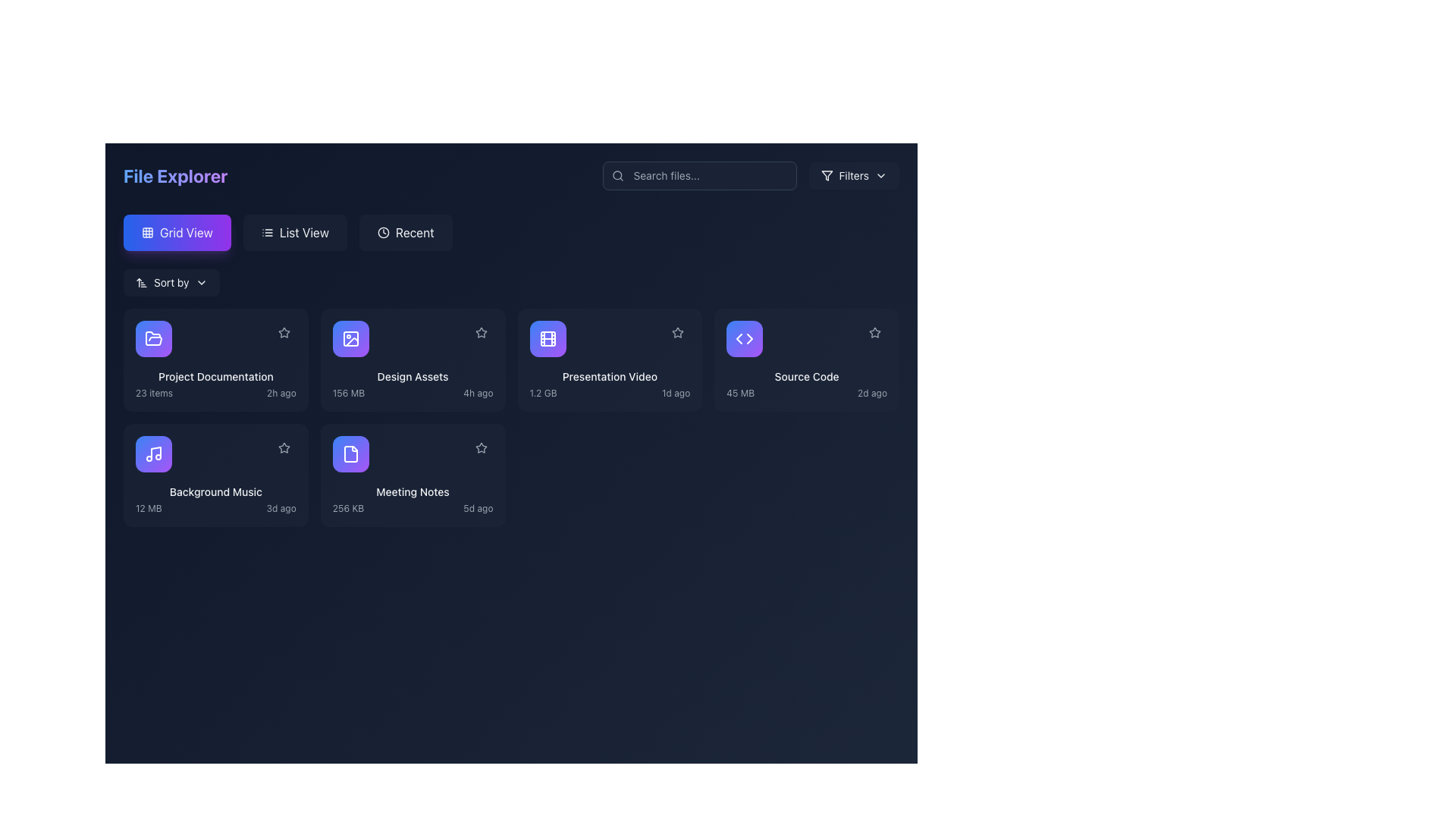 This screenshot has width=1456, height=819. Describe the element at coordinates (284, 332) in the screenshot. I see `the star icon outline button in the top-right corner of the first card, adjacent to the 'Project Documentation' text, to observe the hover effect` at that location.